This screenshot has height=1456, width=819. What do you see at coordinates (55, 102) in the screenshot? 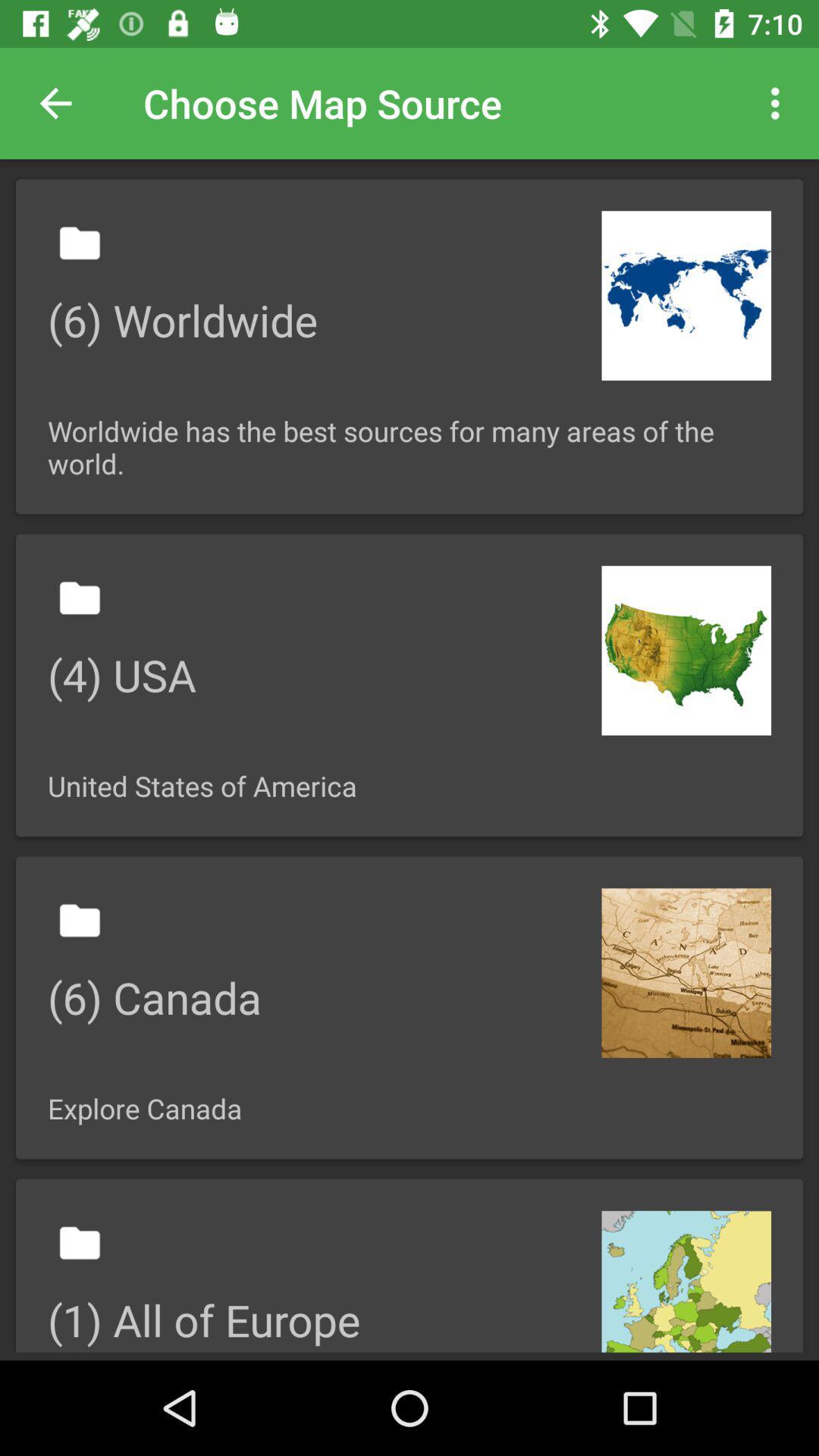
I see `the item to the left of choose map source item` at bounding box center [55, 102].